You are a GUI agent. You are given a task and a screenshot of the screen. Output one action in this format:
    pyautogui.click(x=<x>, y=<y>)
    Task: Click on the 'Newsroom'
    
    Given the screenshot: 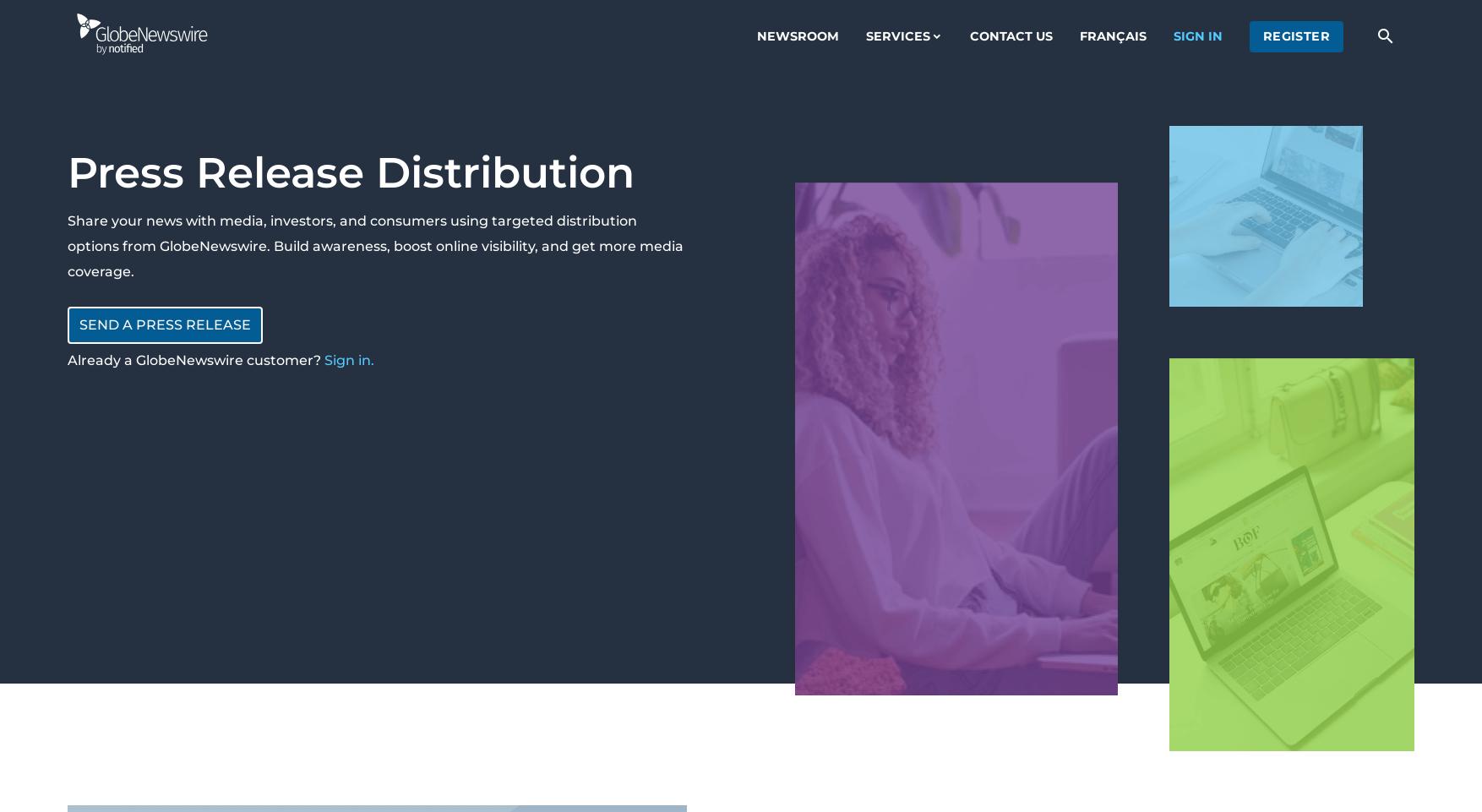 What is the action you would take?
    pyautogui.click(x=797, y=34)
    